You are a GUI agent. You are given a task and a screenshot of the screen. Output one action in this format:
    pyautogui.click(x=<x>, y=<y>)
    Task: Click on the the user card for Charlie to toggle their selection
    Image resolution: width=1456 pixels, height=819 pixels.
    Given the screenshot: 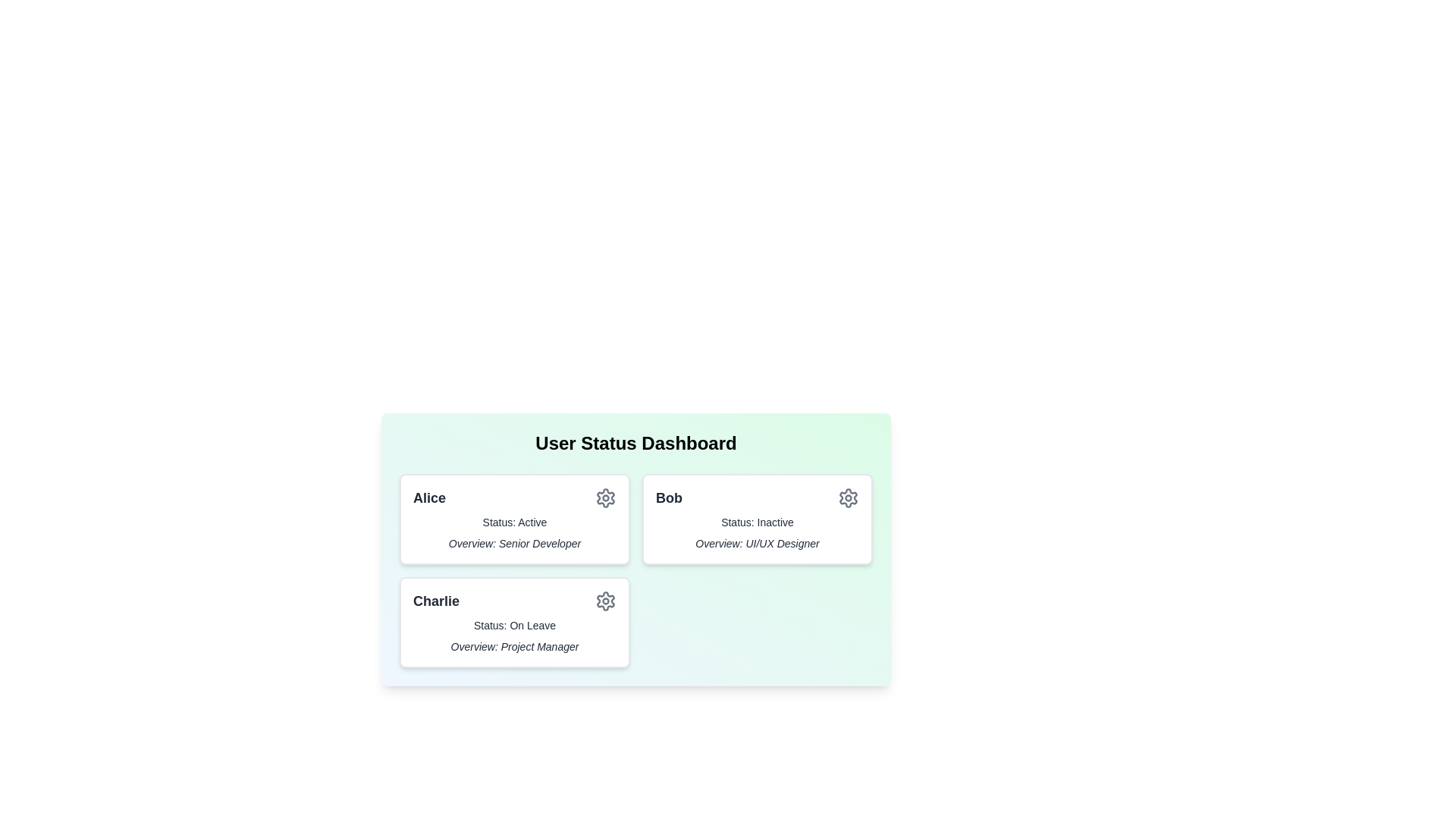 What is the action you would take?
    pyautogui.click(x=514, y=623)
    